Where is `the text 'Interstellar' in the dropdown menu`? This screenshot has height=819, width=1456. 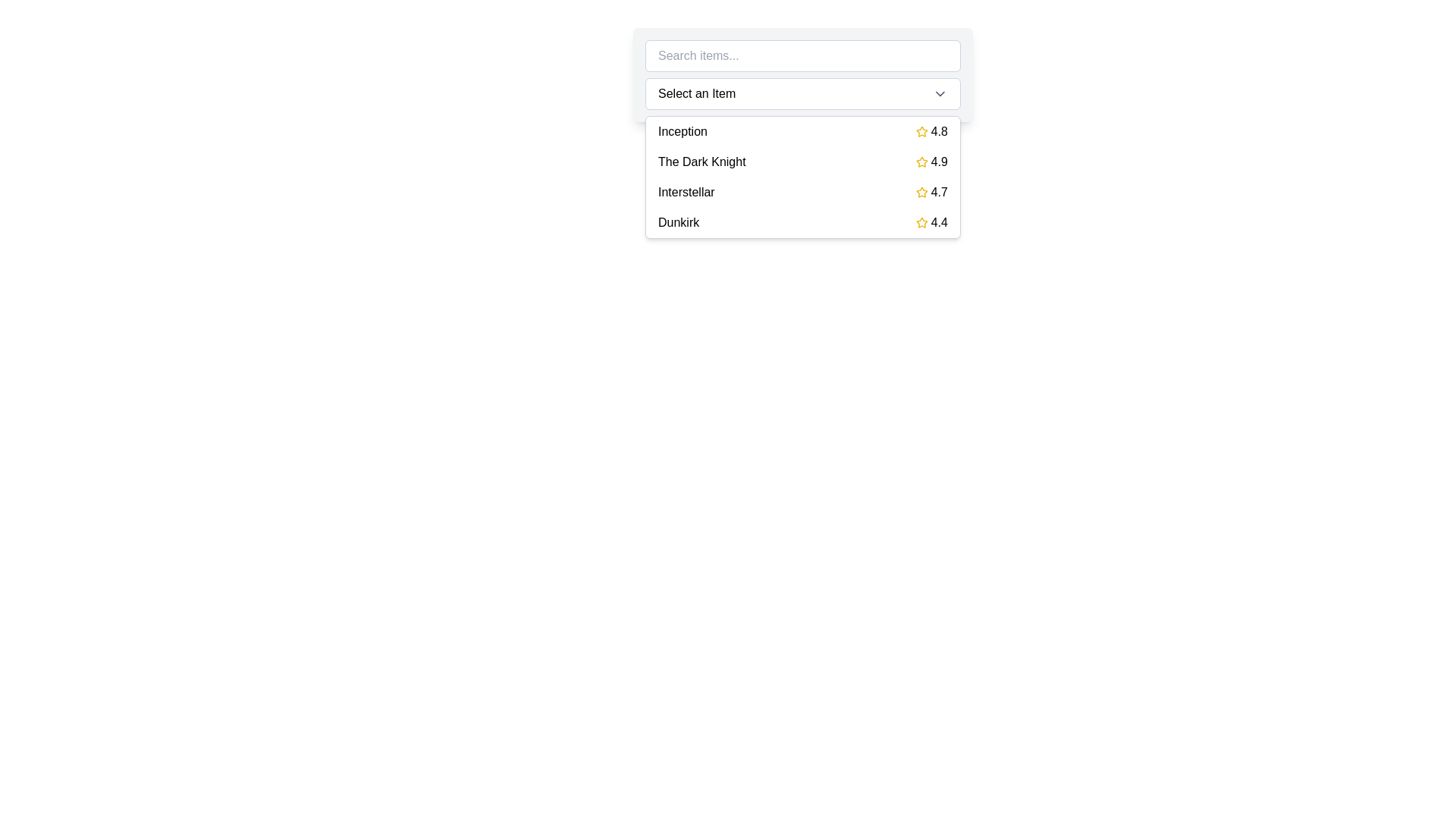
the text 'Interstellar' in the dropdown menu is located at coordinates (686, 192).